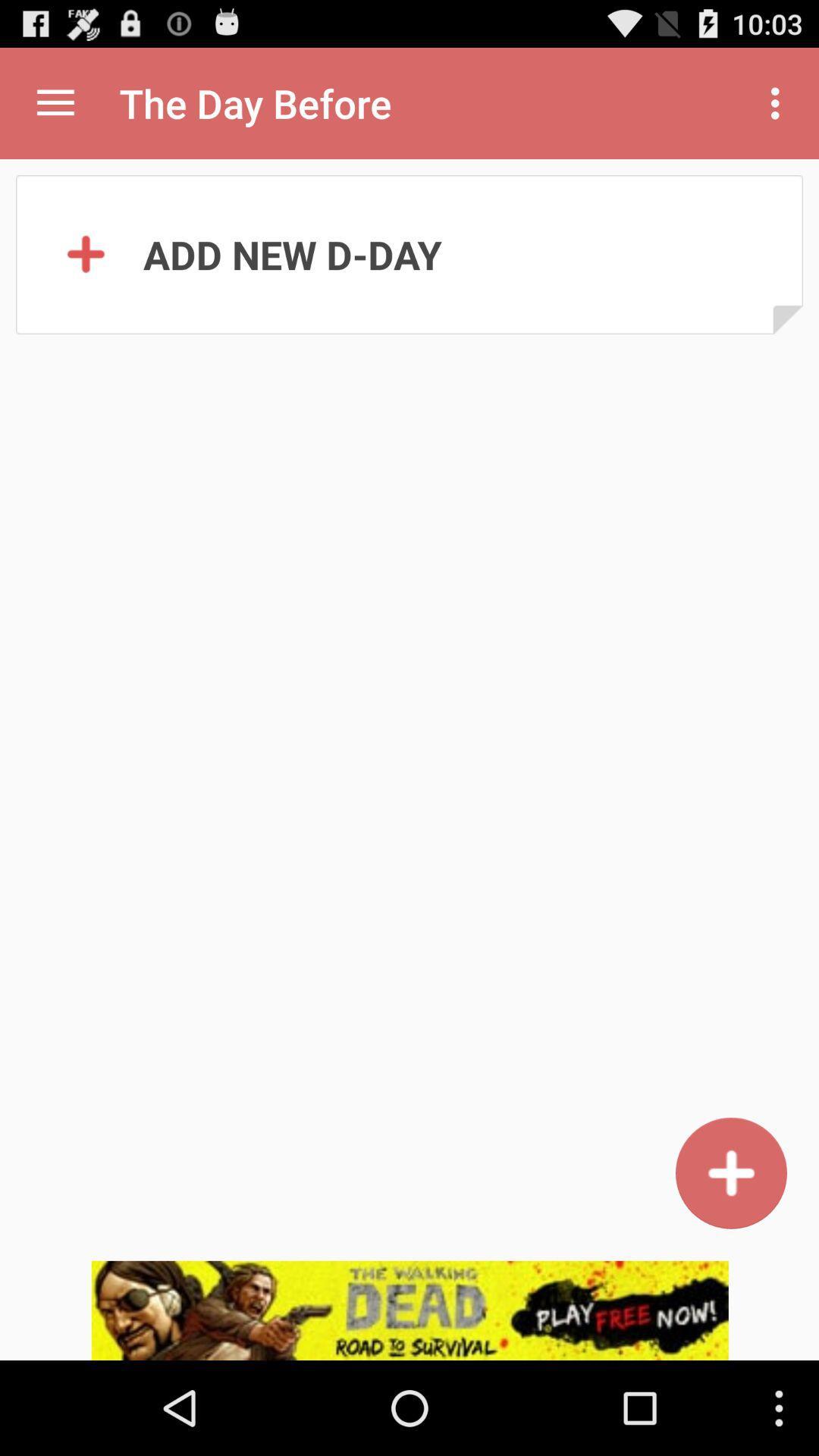 The width and height of the screenshot is (819, 1456). What do you see at coordinates (730, 1256) in the screenshot?
I see `the add icon` at bounding box center [730, 1256].